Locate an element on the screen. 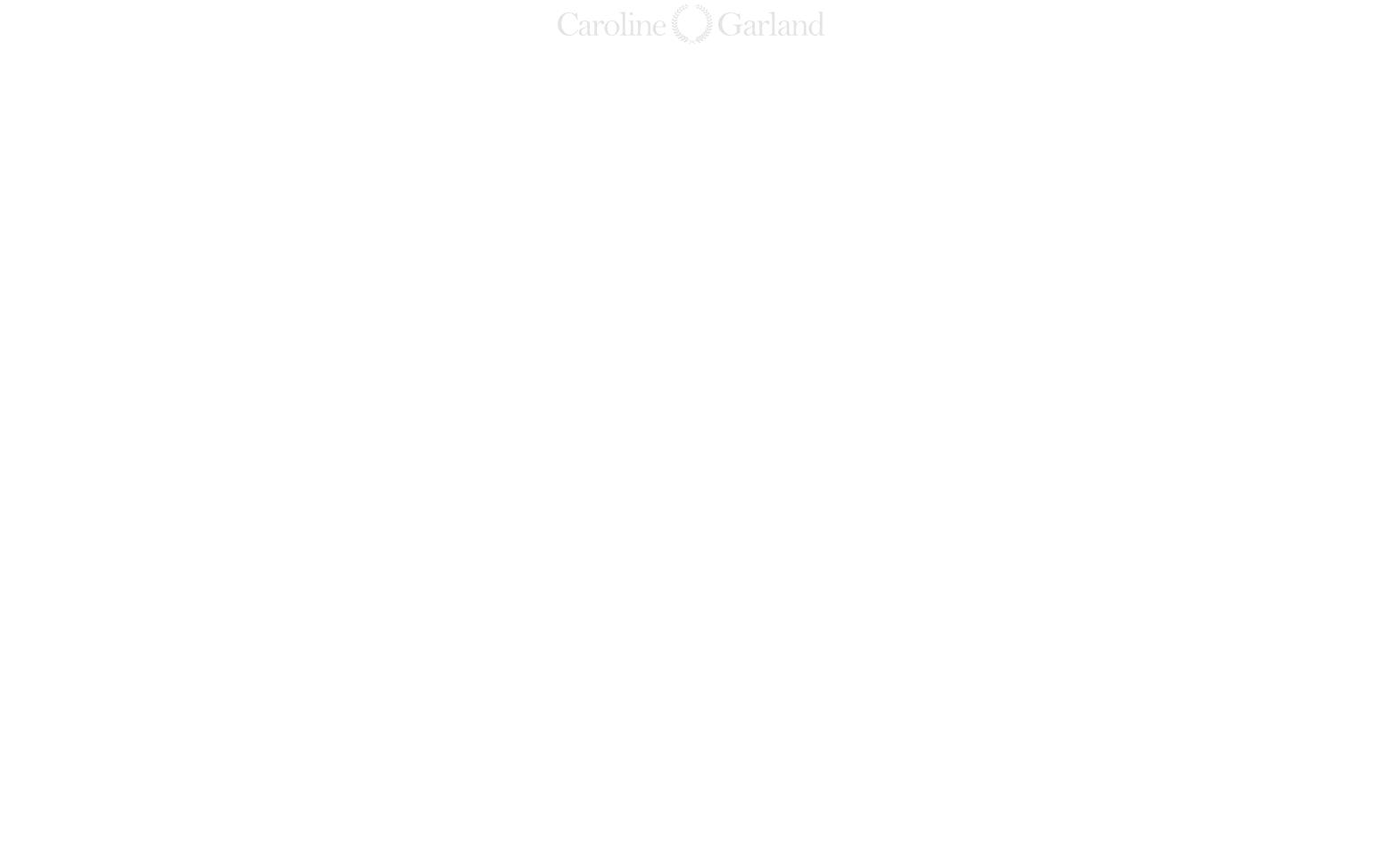 The width and height of the screenshot is (1383, 868). 'esteroides-king' is located at coordinates (1092, 836).